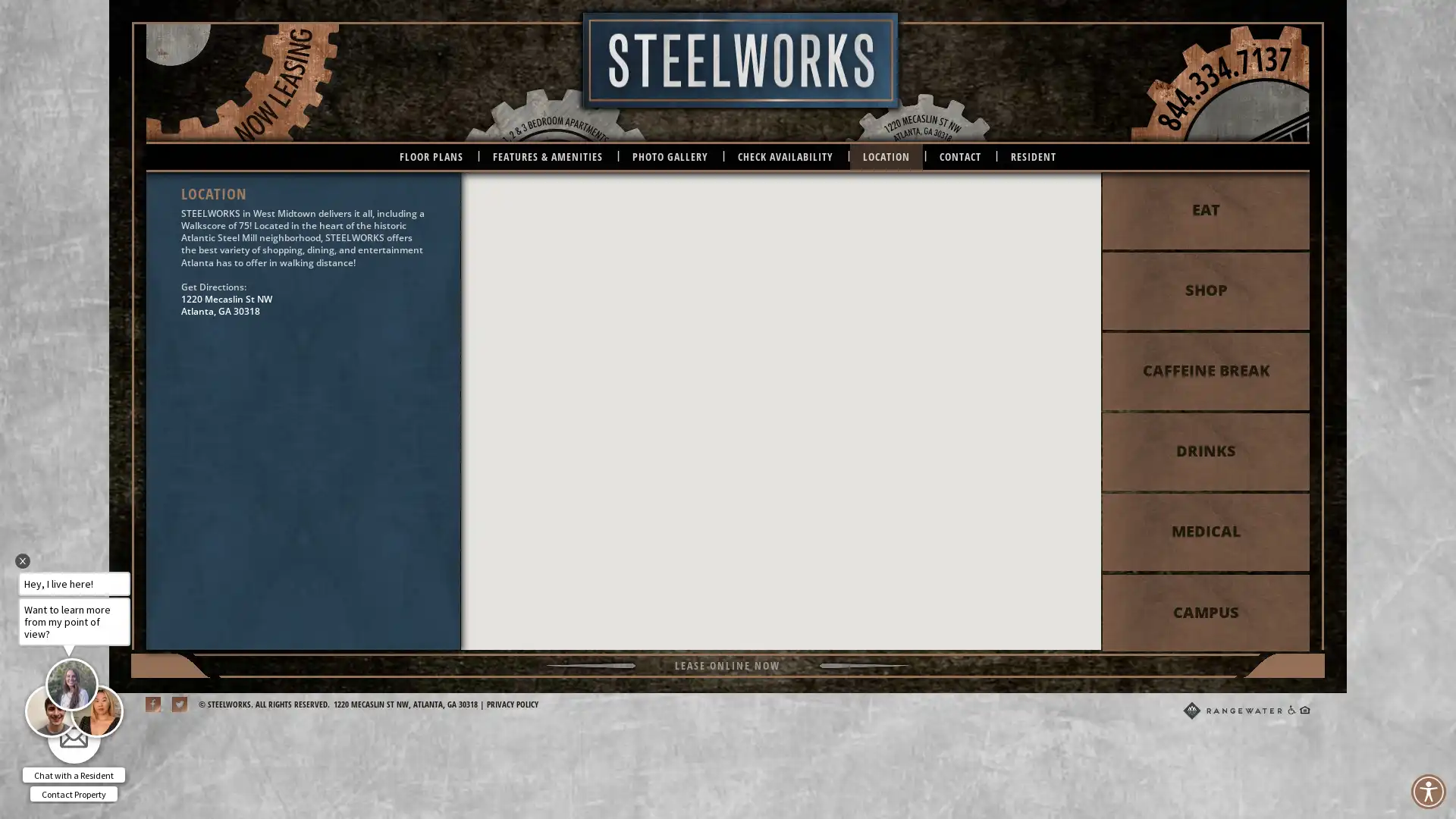 This screenshot has height=819, width=1456. Describe the element at coordinates (1076, 193) in the screenshot. I see `Toggle fullscreen view` at that location.